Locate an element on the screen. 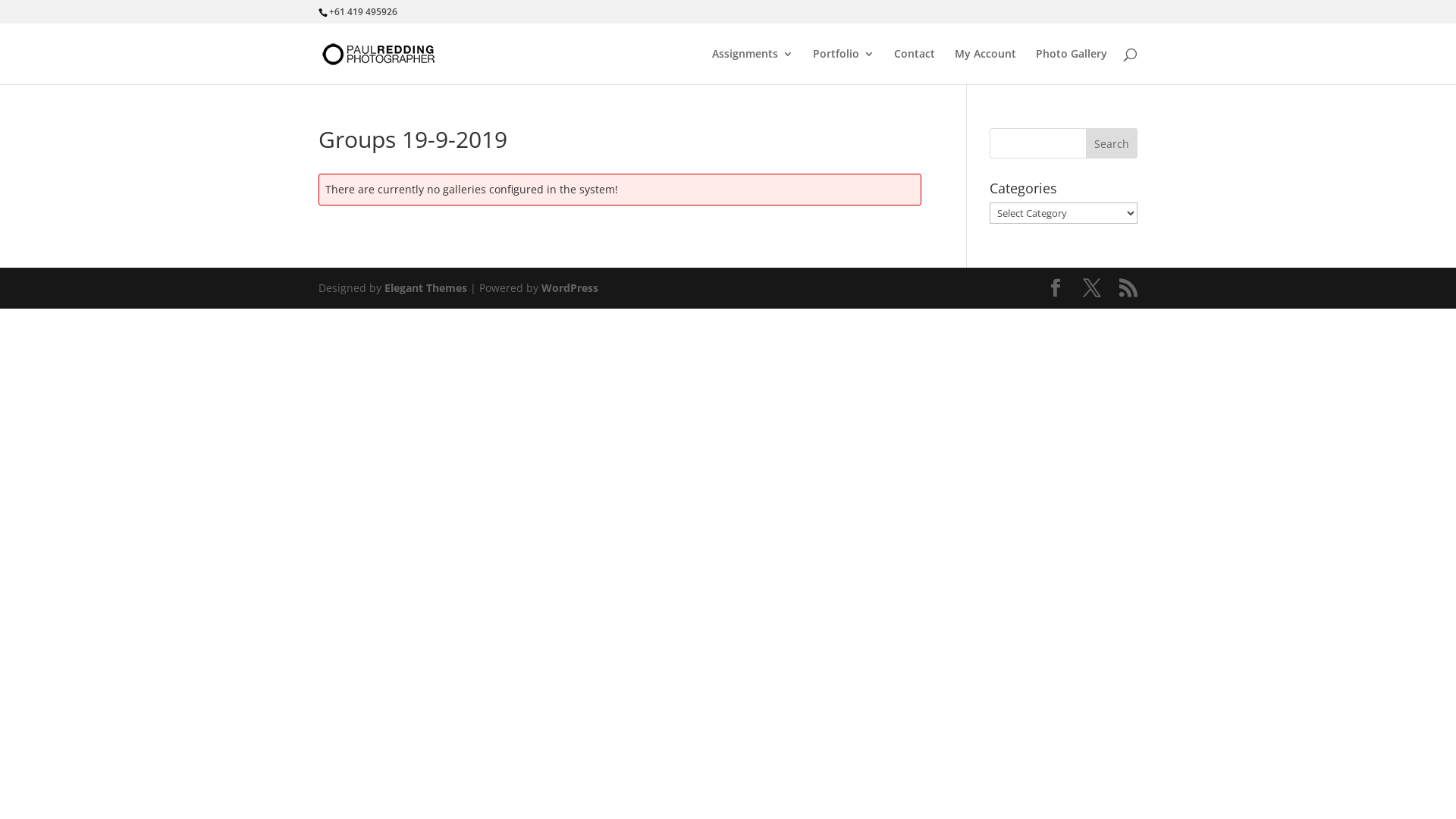 This screenshot has height=819, width=1456. 'My Account' is located at coordinates (985, 65).